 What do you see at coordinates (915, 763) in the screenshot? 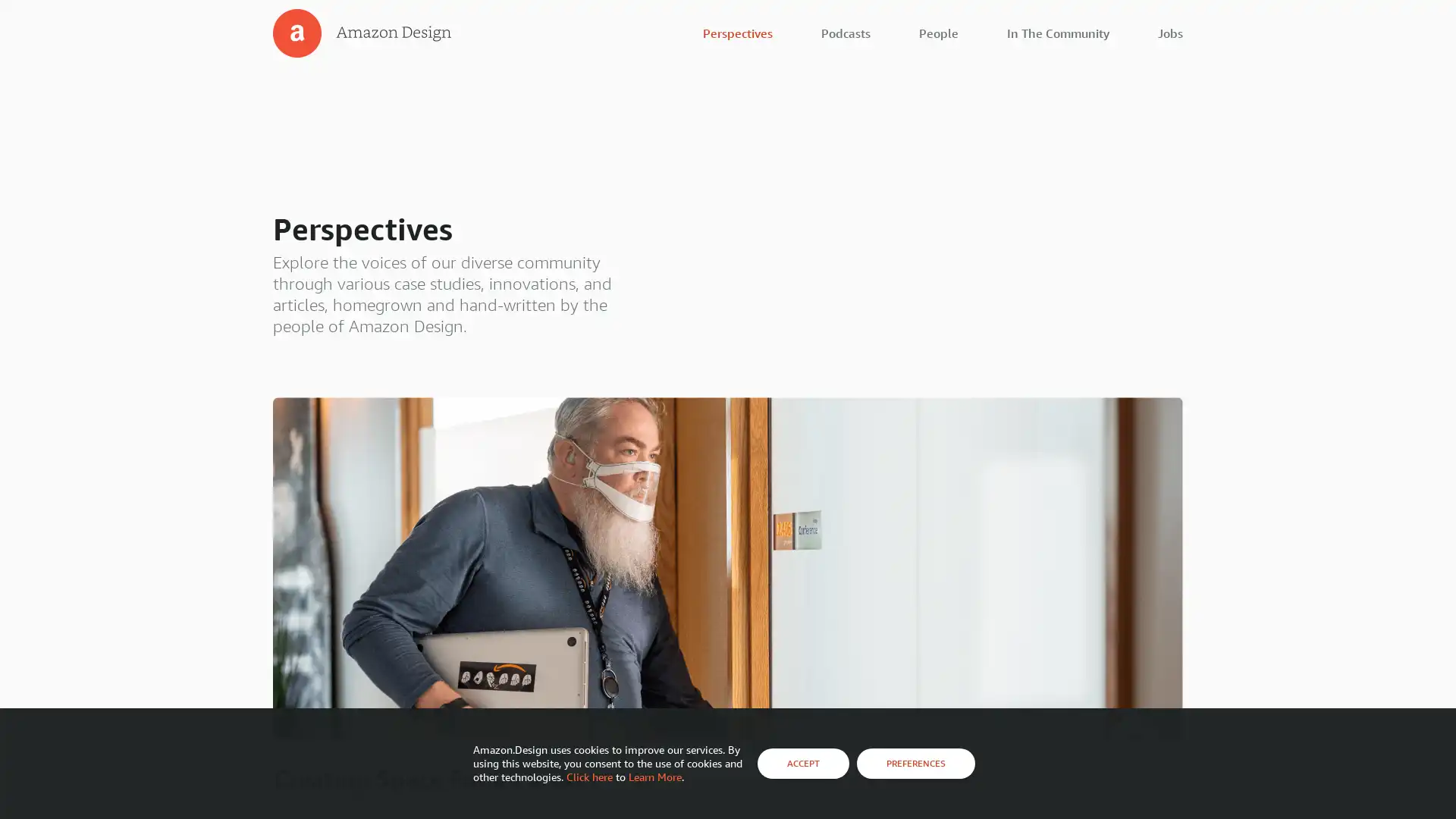
I see `PREFERENCES` at bounding box center [915, 763].